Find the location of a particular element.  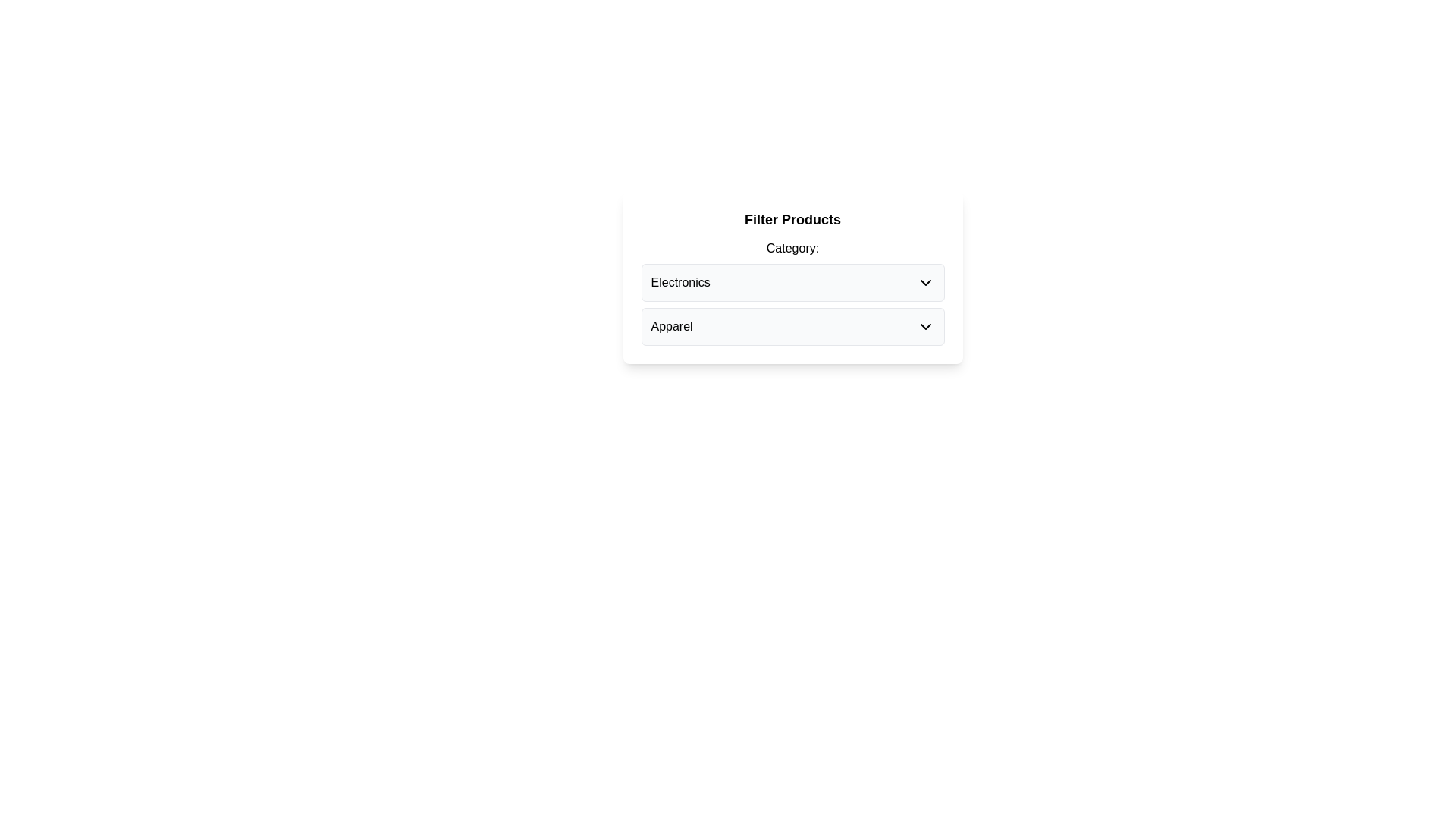

the Text label that describes the category filter section, located below the 'Filter Products' heading and above the list of categories is located at coordinates (792, 247).